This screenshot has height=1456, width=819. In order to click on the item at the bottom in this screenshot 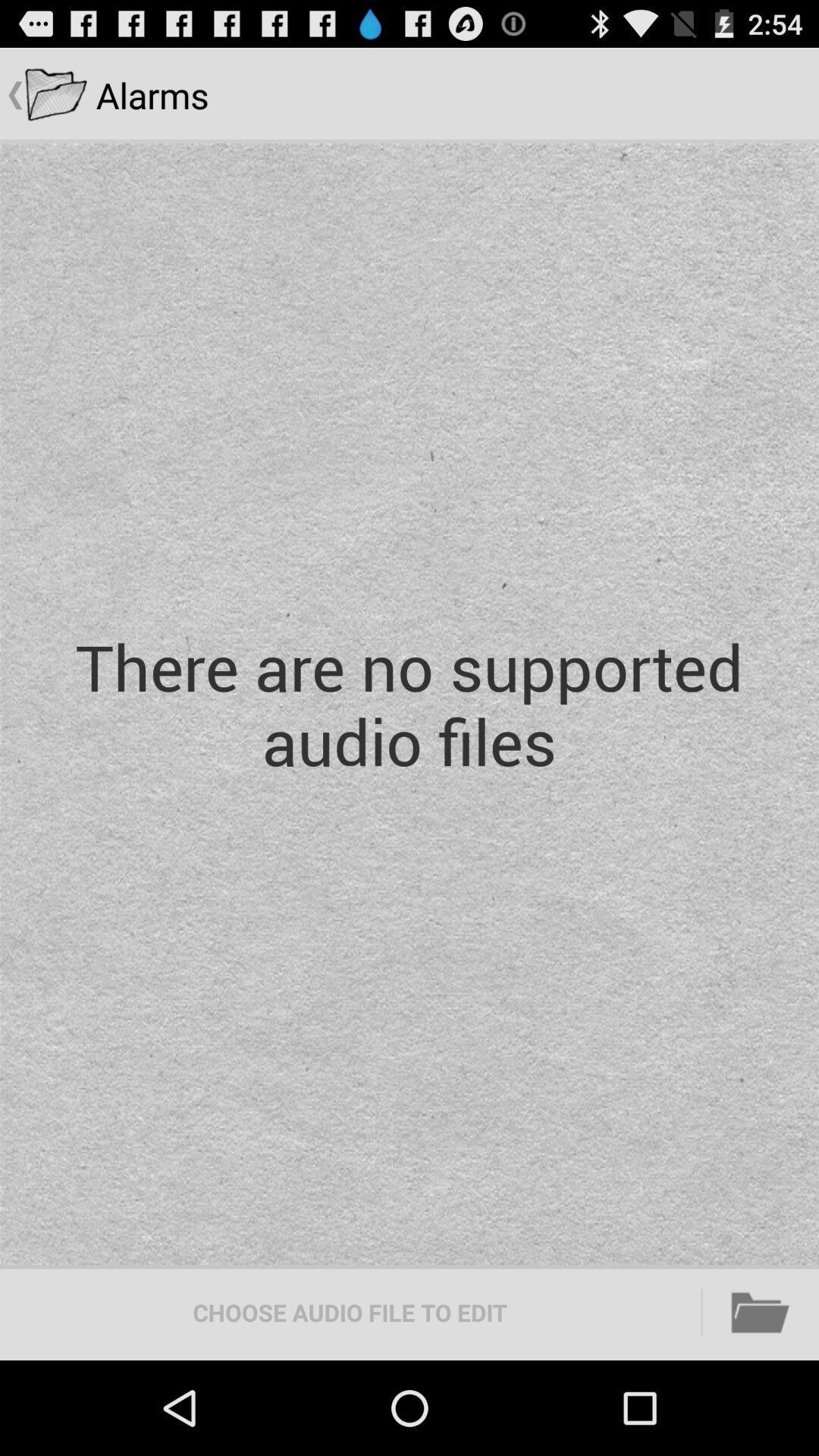, I will do `click(350, 1312)`.